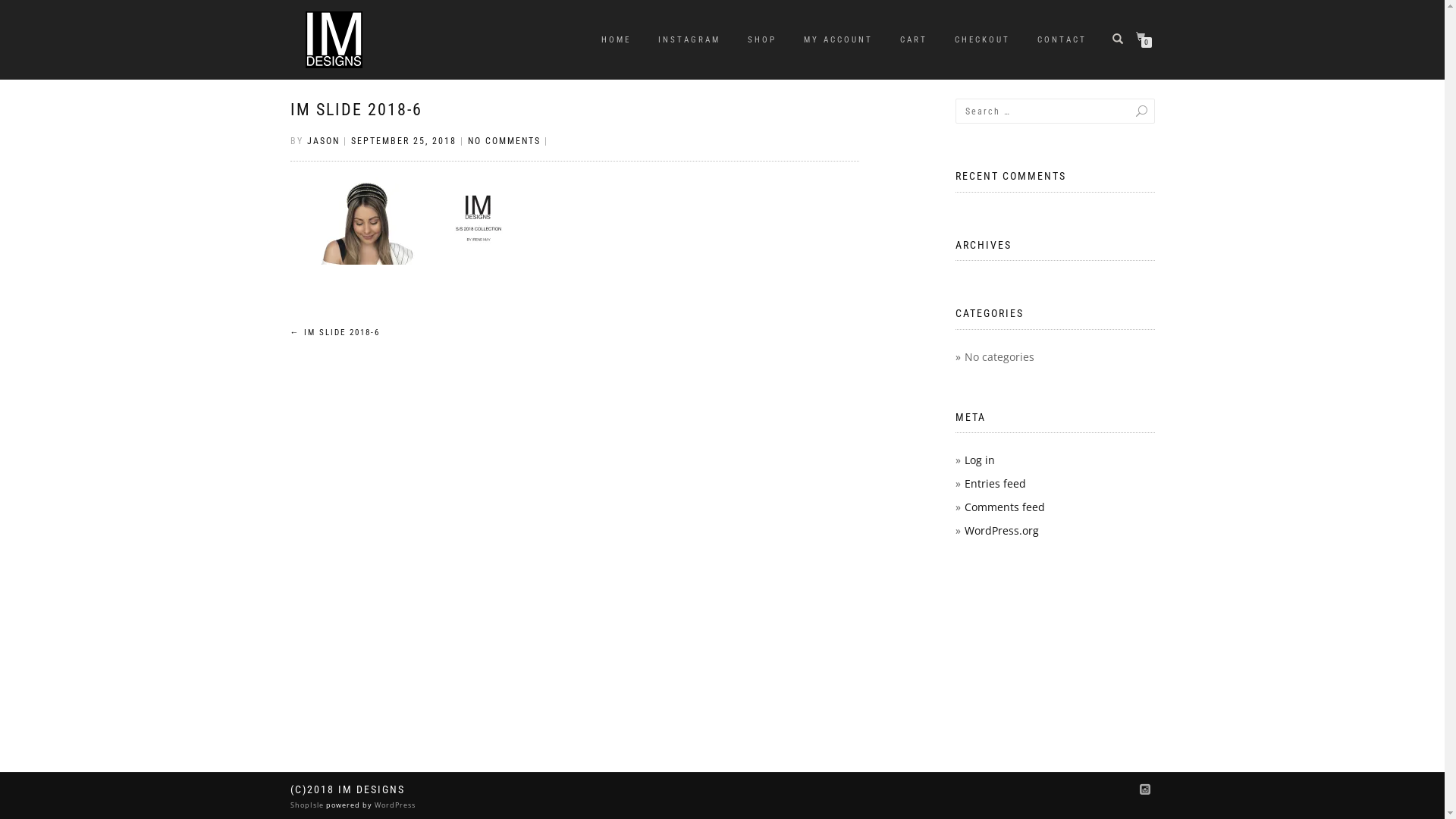  I want to click on 'CONTACT', so click(1060, 39).